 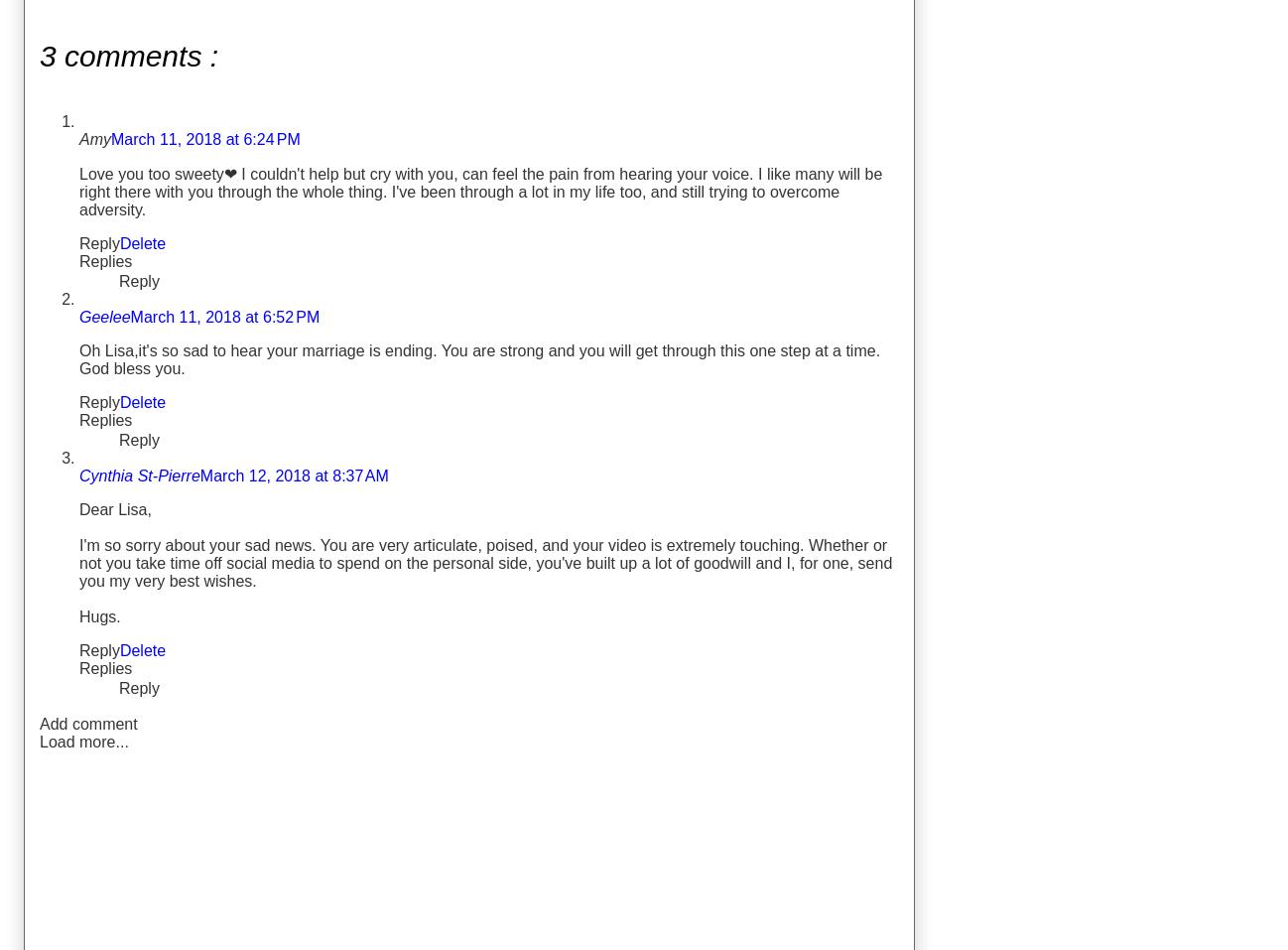 What do you see at coordinates (292, 474) in the screenshot?
I see `'March 12, 2018 at 8:37 AM'` at bounding box center [292, 474].